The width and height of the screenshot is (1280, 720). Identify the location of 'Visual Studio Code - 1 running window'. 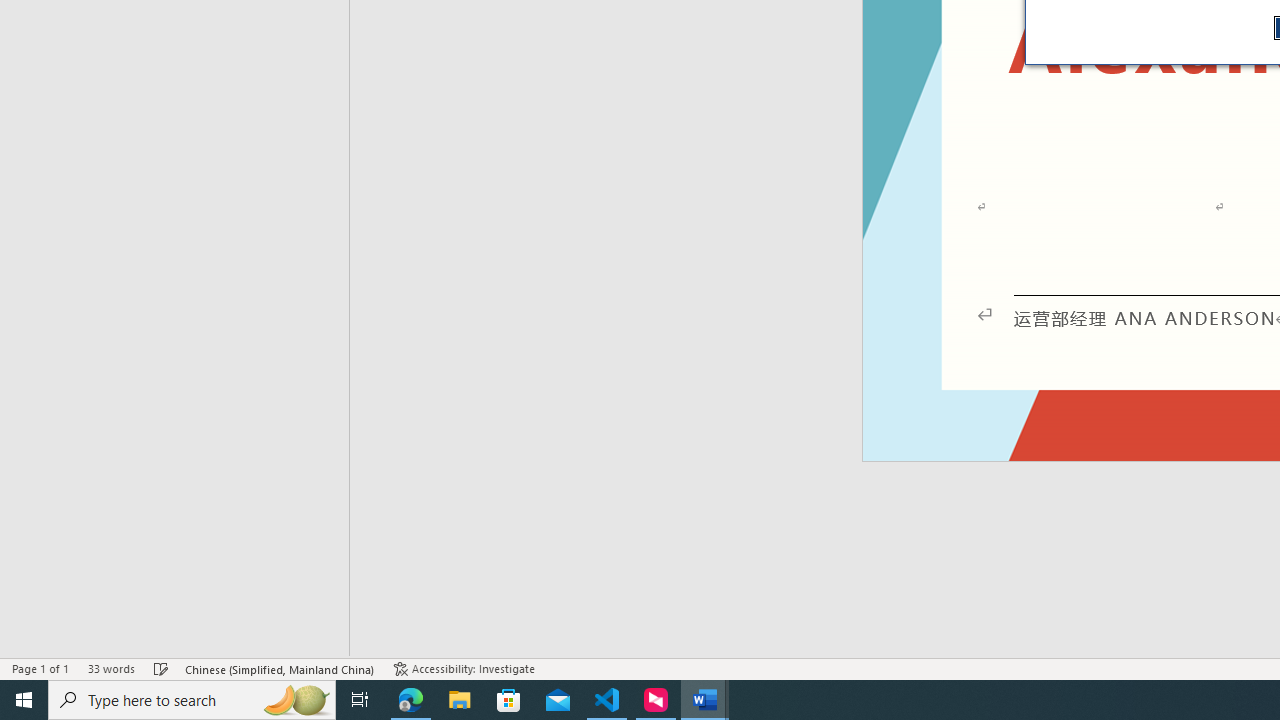
(606, 698).